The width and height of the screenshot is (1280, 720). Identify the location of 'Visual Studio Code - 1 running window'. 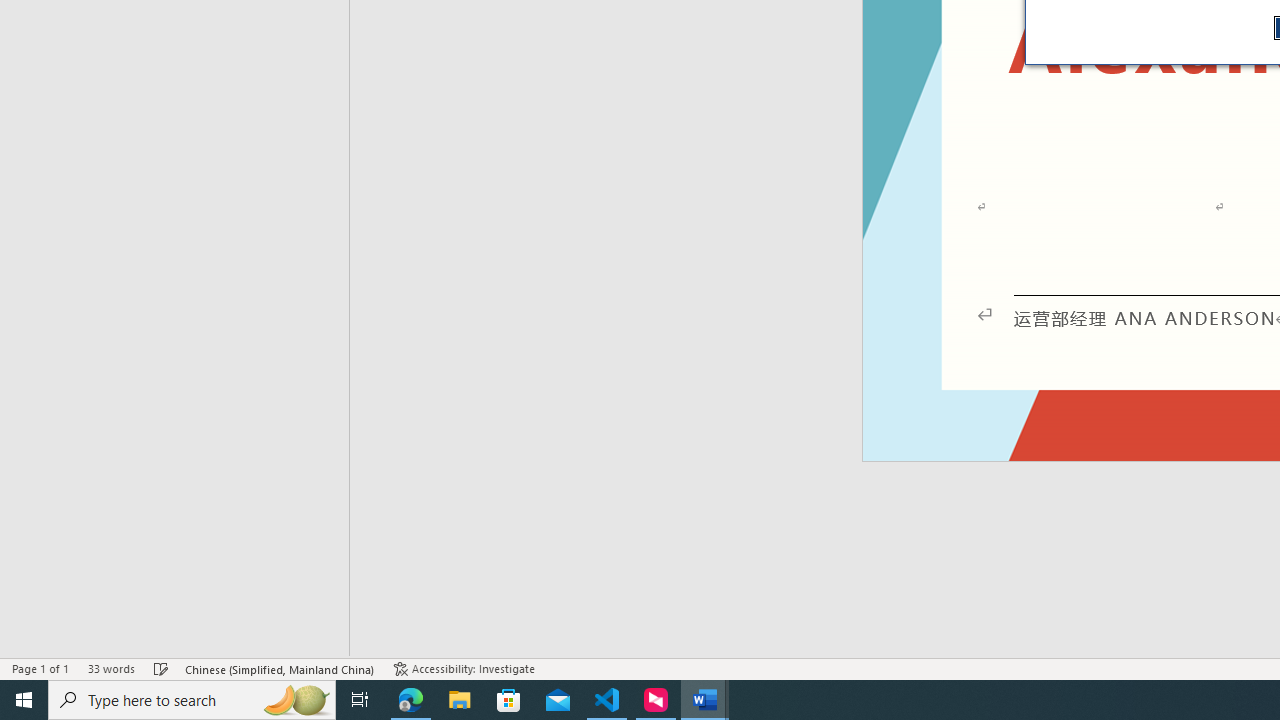
(606, 698).